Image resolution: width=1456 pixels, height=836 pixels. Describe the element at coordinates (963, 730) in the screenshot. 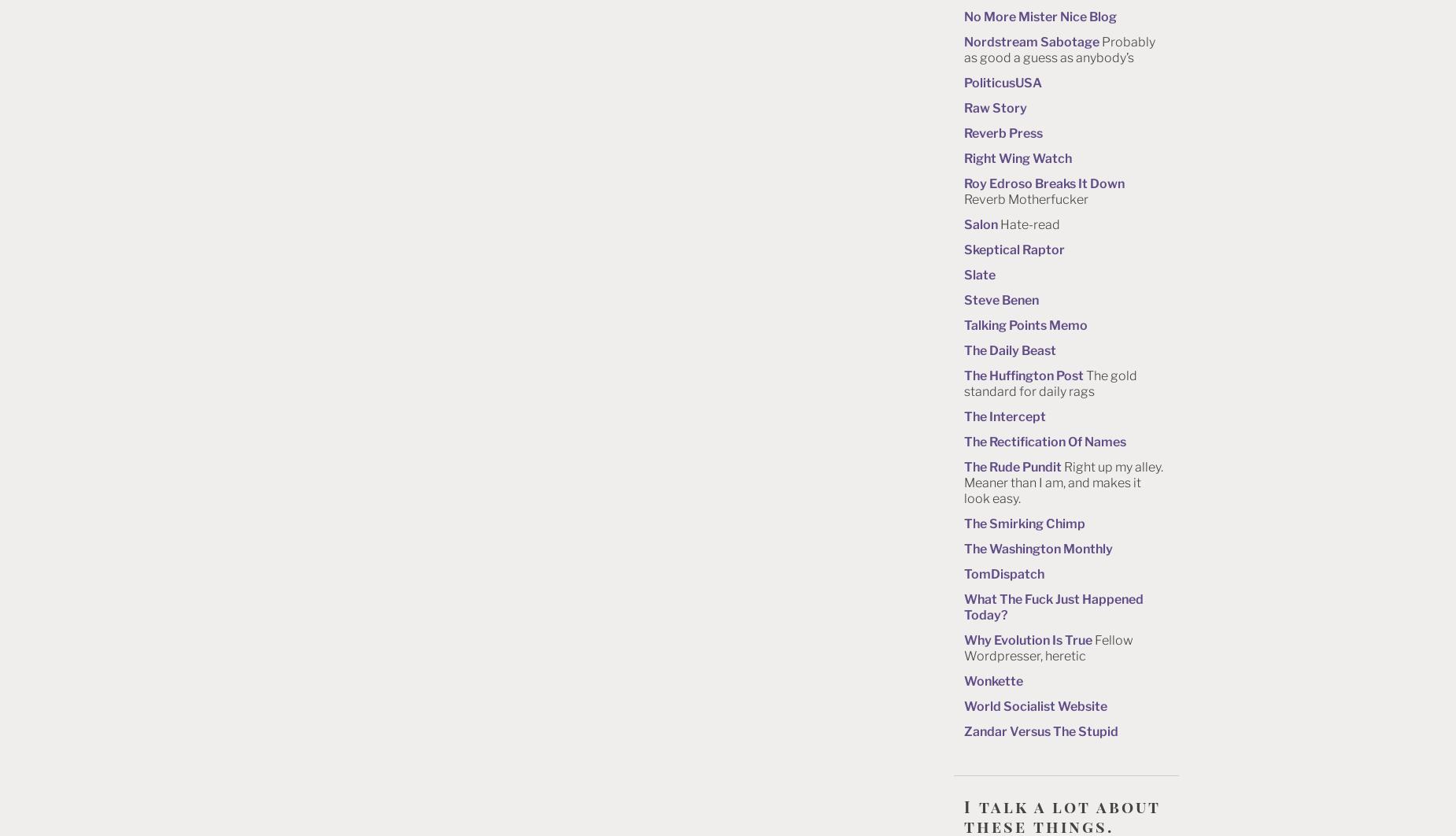

I see `'Zandar Versus The Stupid'` at that location.